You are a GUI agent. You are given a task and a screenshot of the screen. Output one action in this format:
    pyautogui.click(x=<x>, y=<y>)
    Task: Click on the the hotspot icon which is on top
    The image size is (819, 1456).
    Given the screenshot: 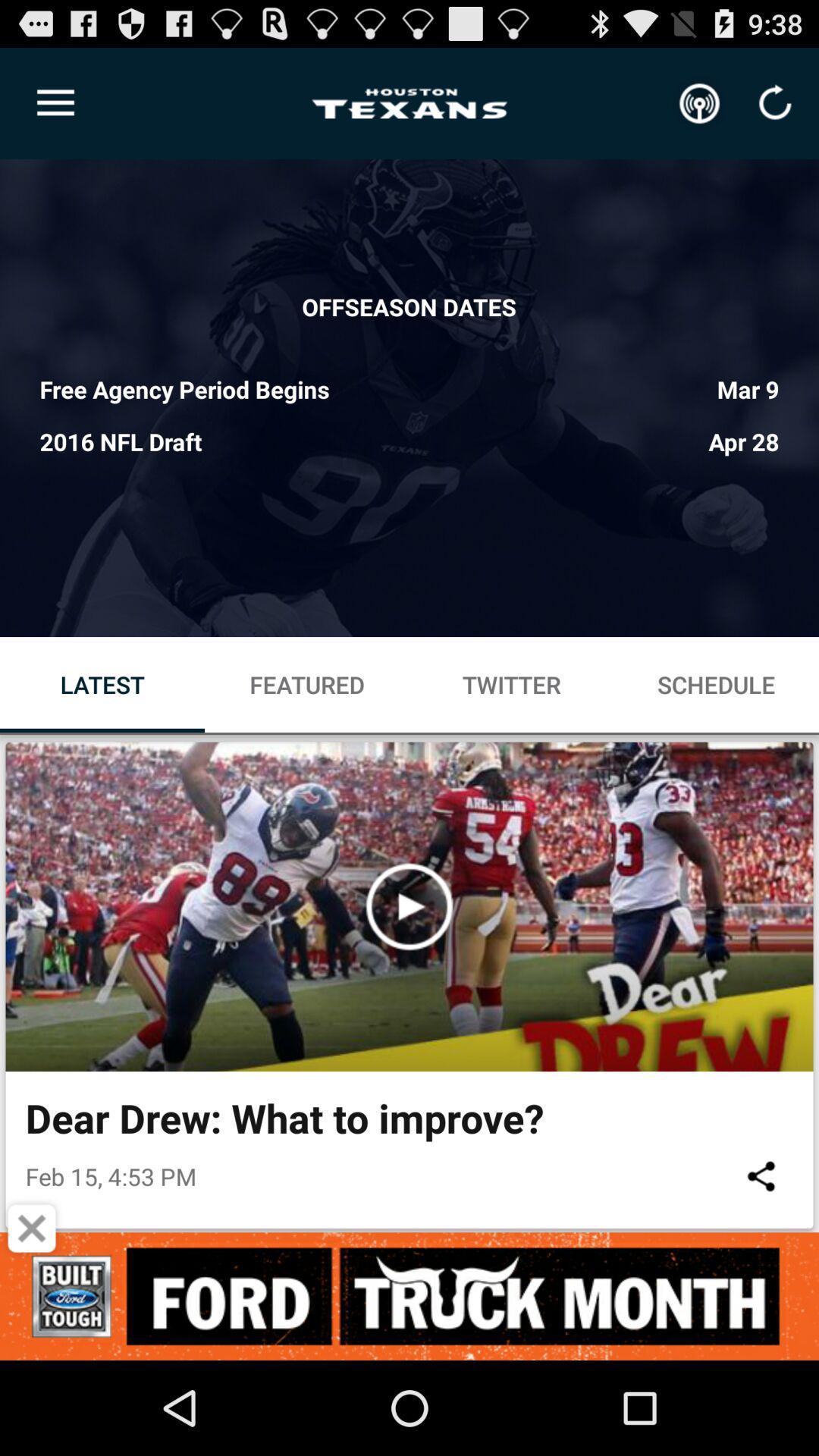 What is the action you would take?
    pyautogui.click(x=699, y=103)
    